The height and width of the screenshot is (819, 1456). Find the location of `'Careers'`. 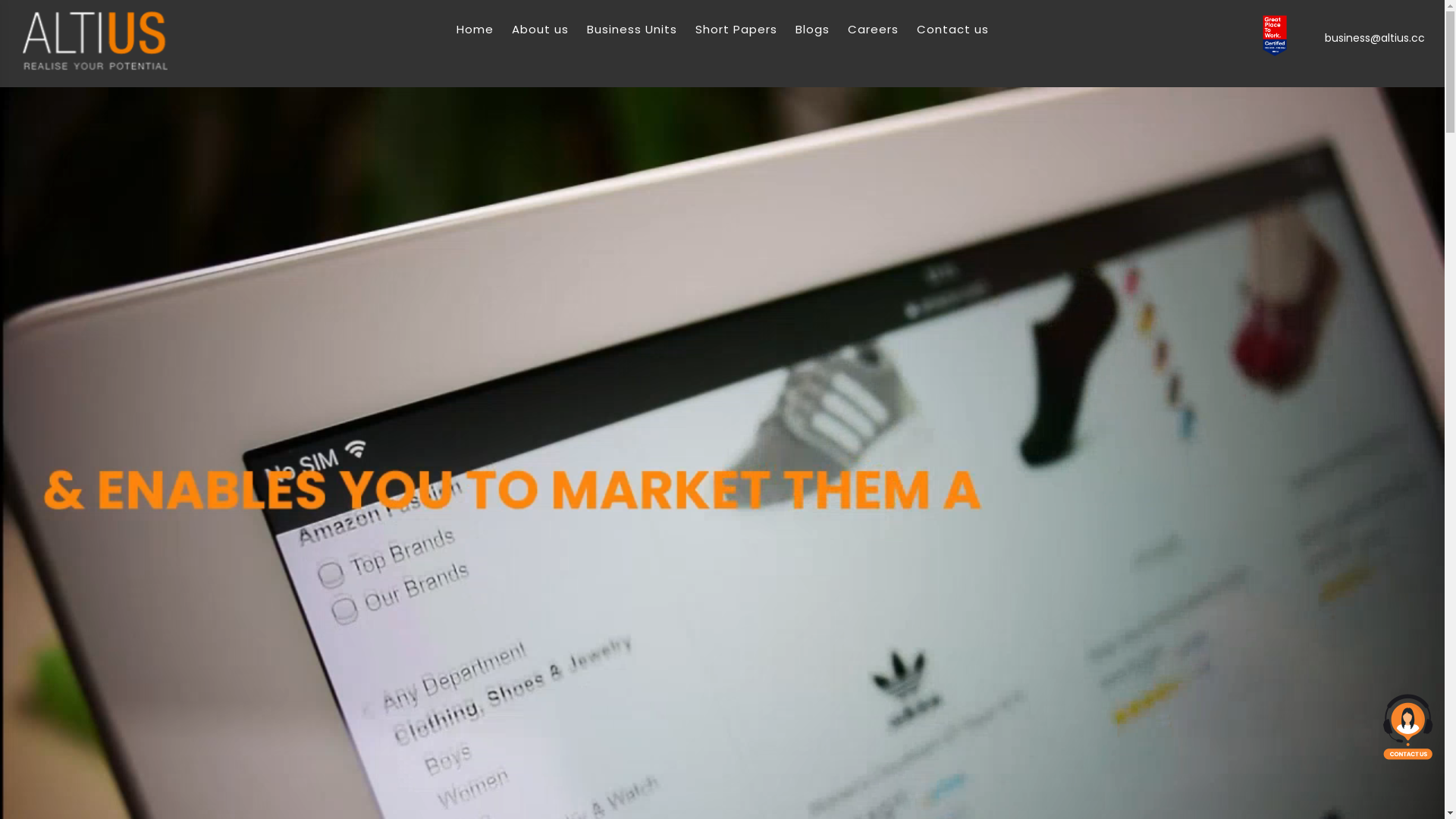

'Careers' is located at coordinates (873, 29).